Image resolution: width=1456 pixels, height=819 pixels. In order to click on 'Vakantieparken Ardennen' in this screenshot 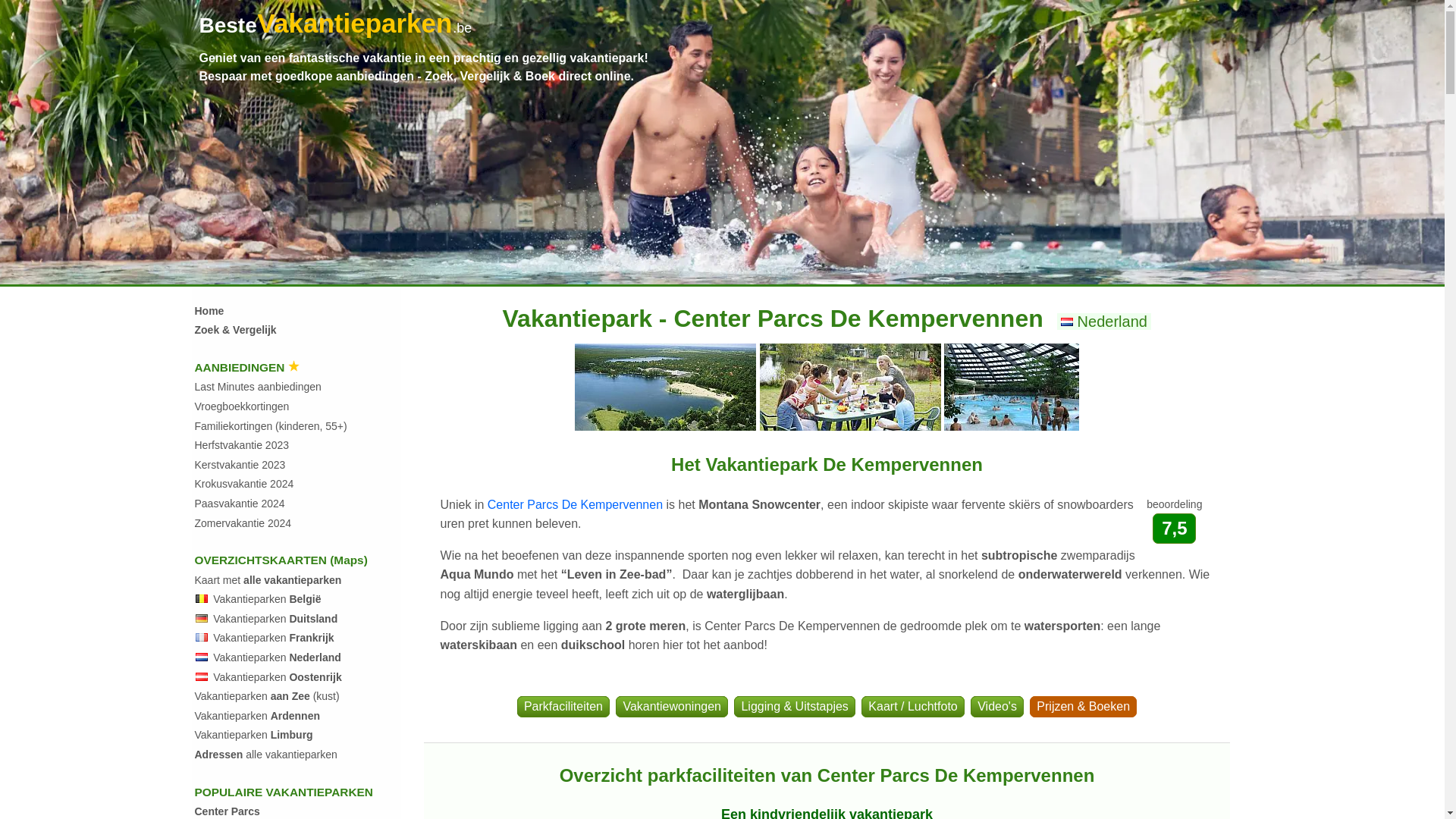, I will do `click(193, 716)`.